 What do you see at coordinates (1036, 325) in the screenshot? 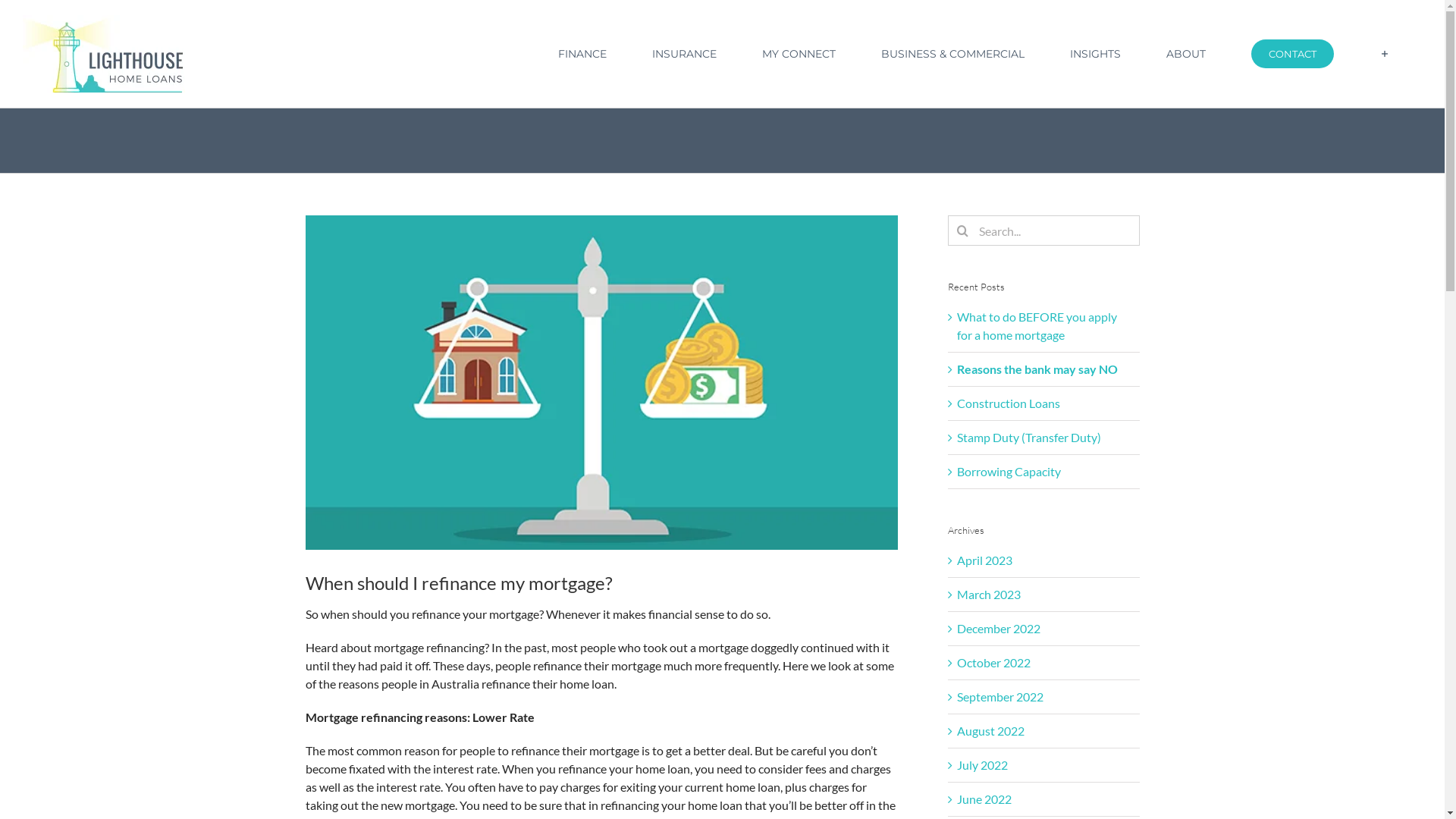
I see `'What to do BEFORE you apply for a home mortgage'` at bounding box center [1036, 325].